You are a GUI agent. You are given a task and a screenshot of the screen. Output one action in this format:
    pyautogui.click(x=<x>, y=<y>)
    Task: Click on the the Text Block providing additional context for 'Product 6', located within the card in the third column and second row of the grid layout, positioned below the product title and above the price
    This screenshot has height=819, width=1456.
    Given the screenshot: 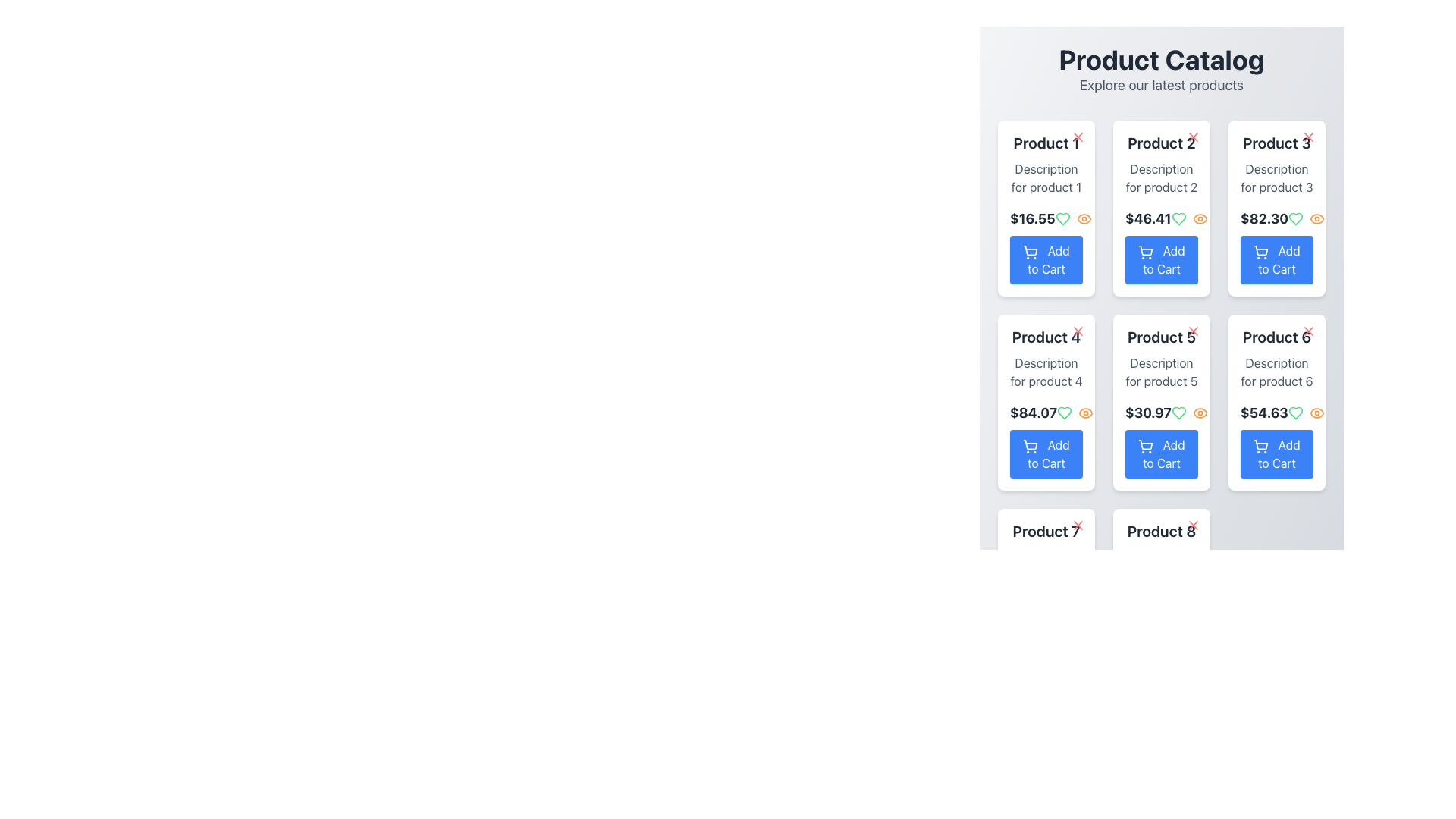 What is the action you would take?
    pyautogui.click(x=1276, y=372)
    